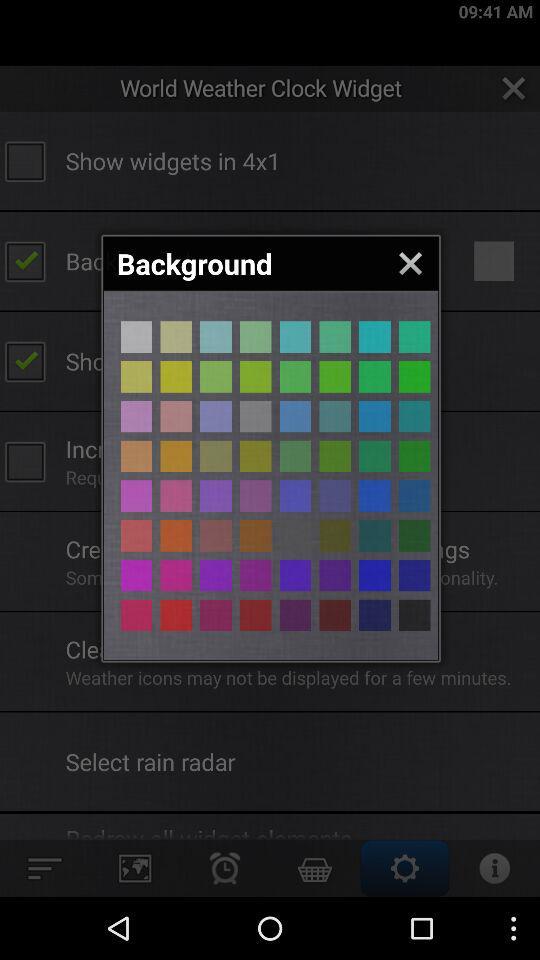  I want to click on choose a color, so click(255, 495).